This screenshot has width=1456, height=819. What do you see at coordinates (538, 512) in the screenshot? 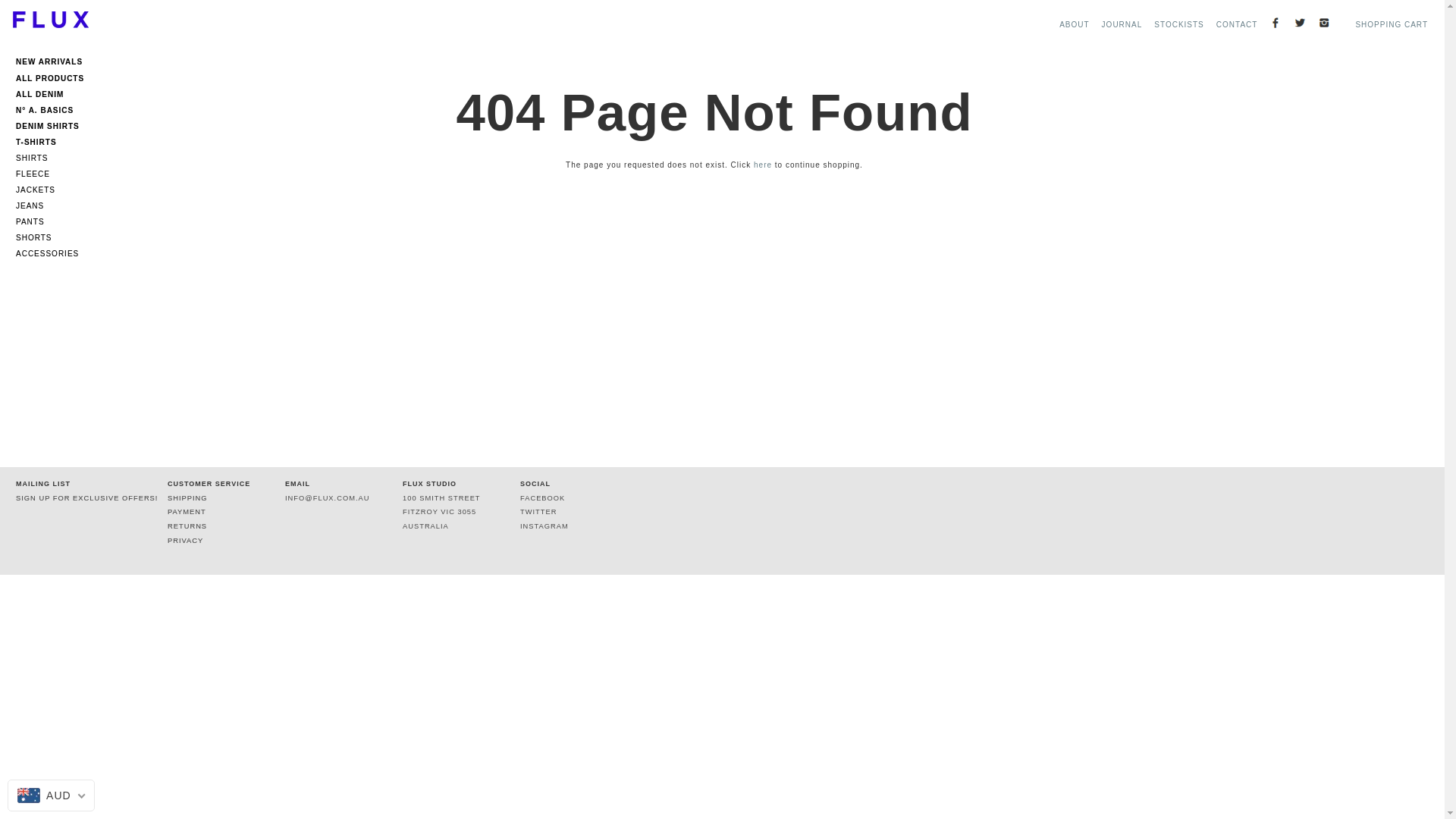
I see `'TWITTER'` at bounding box center [538, 512].